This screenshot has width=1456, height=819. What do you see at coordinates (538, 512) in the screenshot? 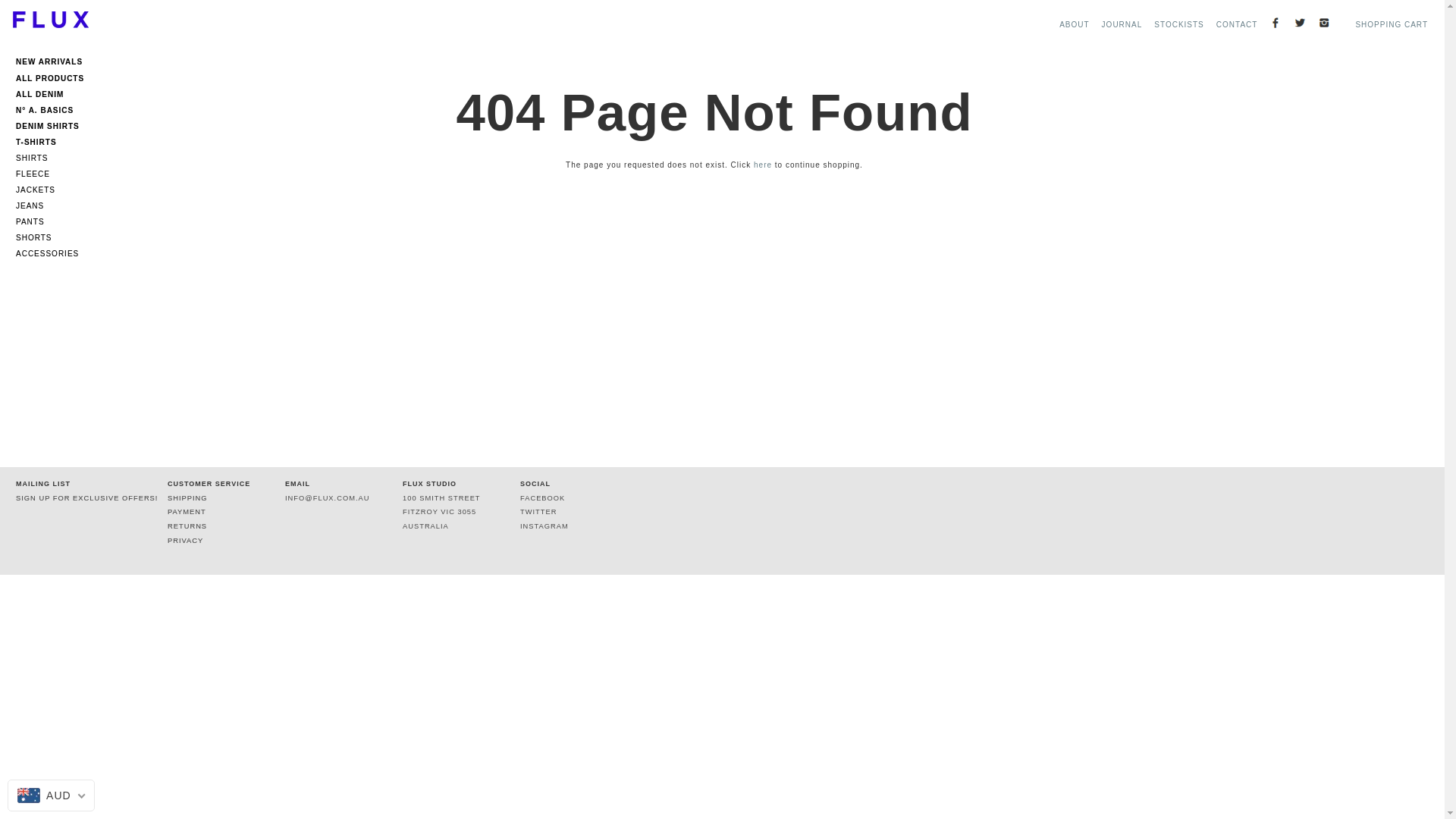
I see `'TWITTER'` at bounding box center [538, 512].